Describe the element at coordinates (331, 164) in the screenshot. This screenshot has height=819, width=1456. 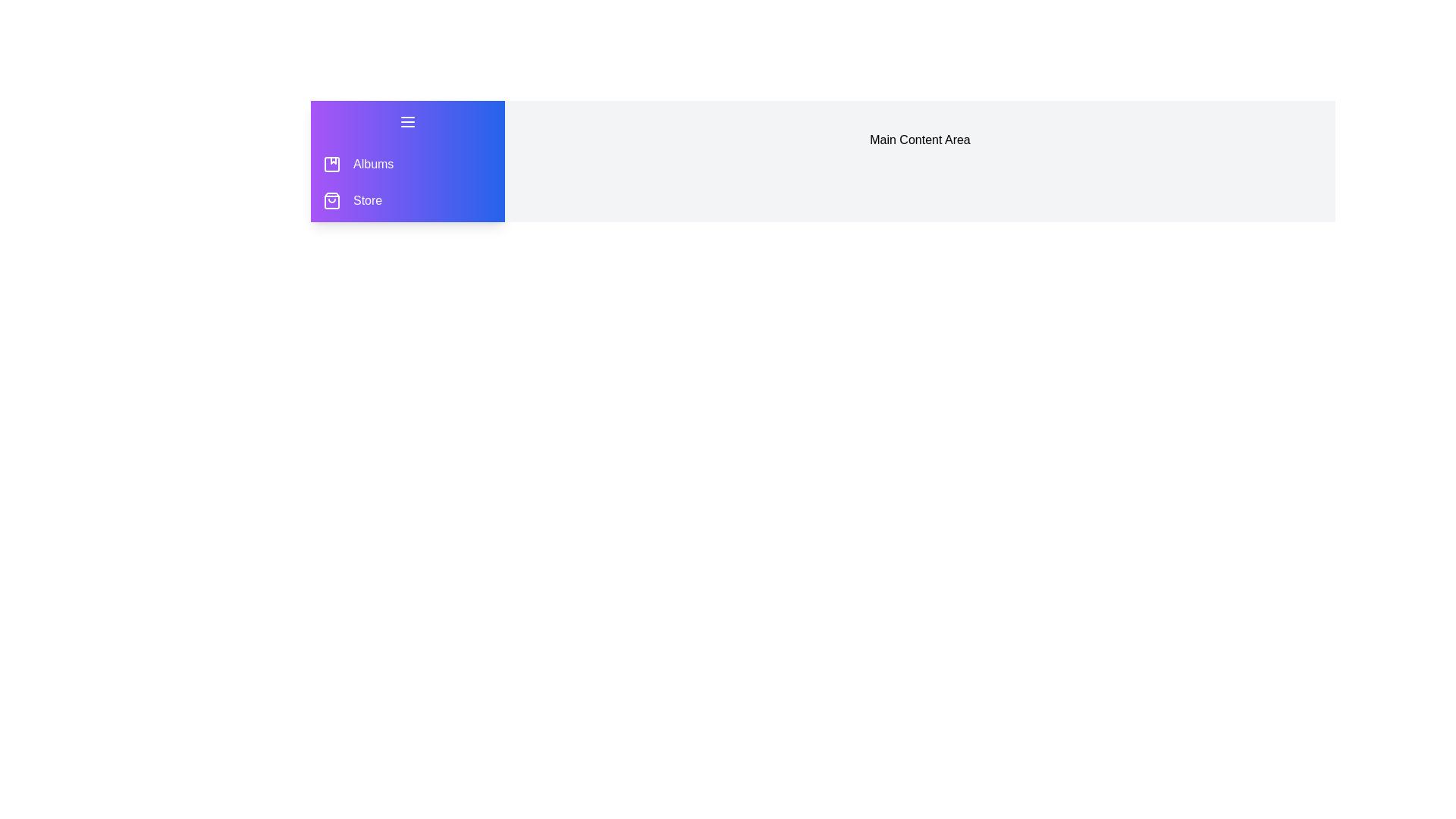
I see `the 'Albums' item in the drawer` at that location.